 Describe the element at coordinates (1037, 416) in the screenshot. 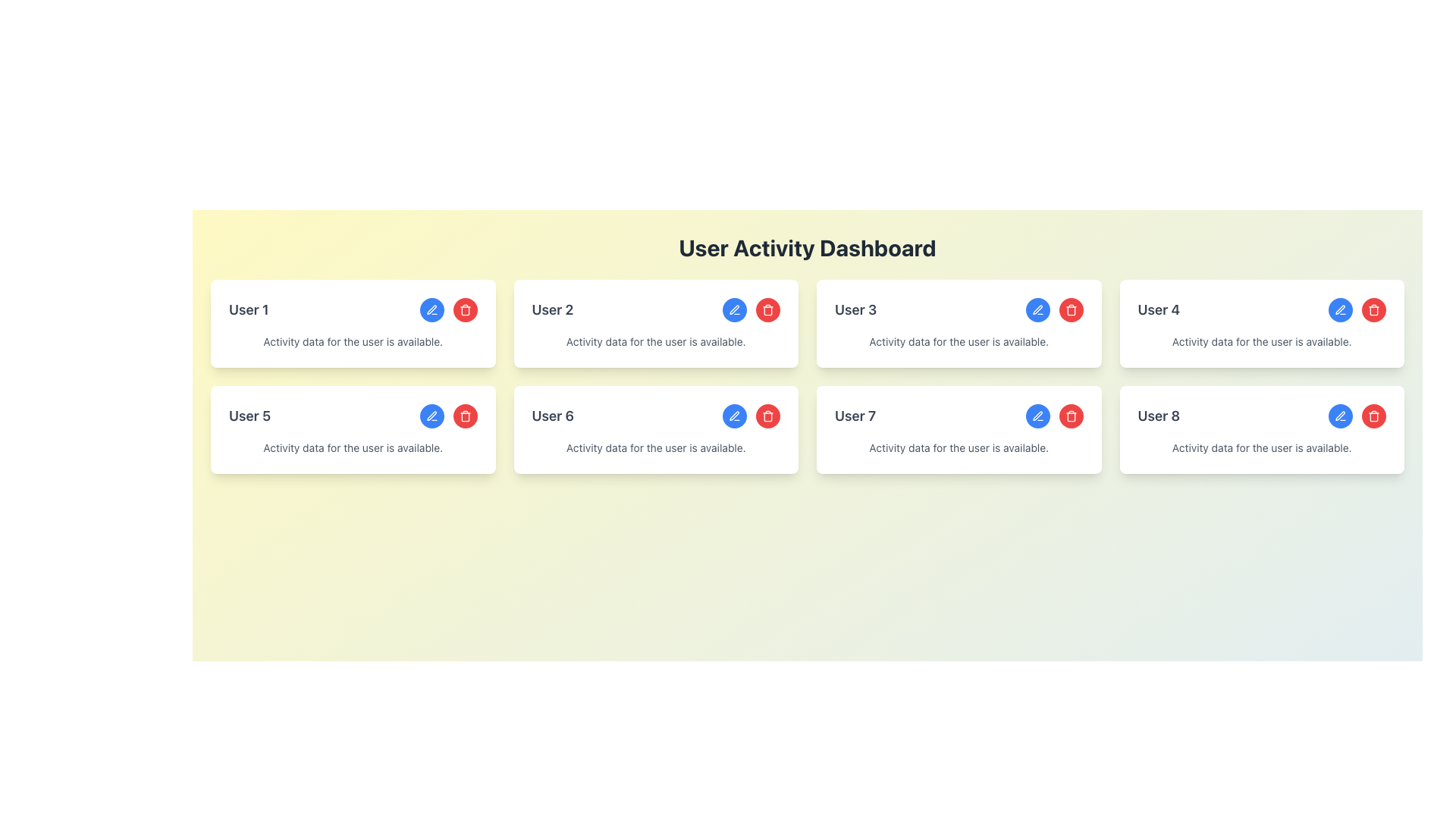

I see `the Interactive Icon Button in the bottom-right corner of User 7's card to initiate the edit action` at that location.